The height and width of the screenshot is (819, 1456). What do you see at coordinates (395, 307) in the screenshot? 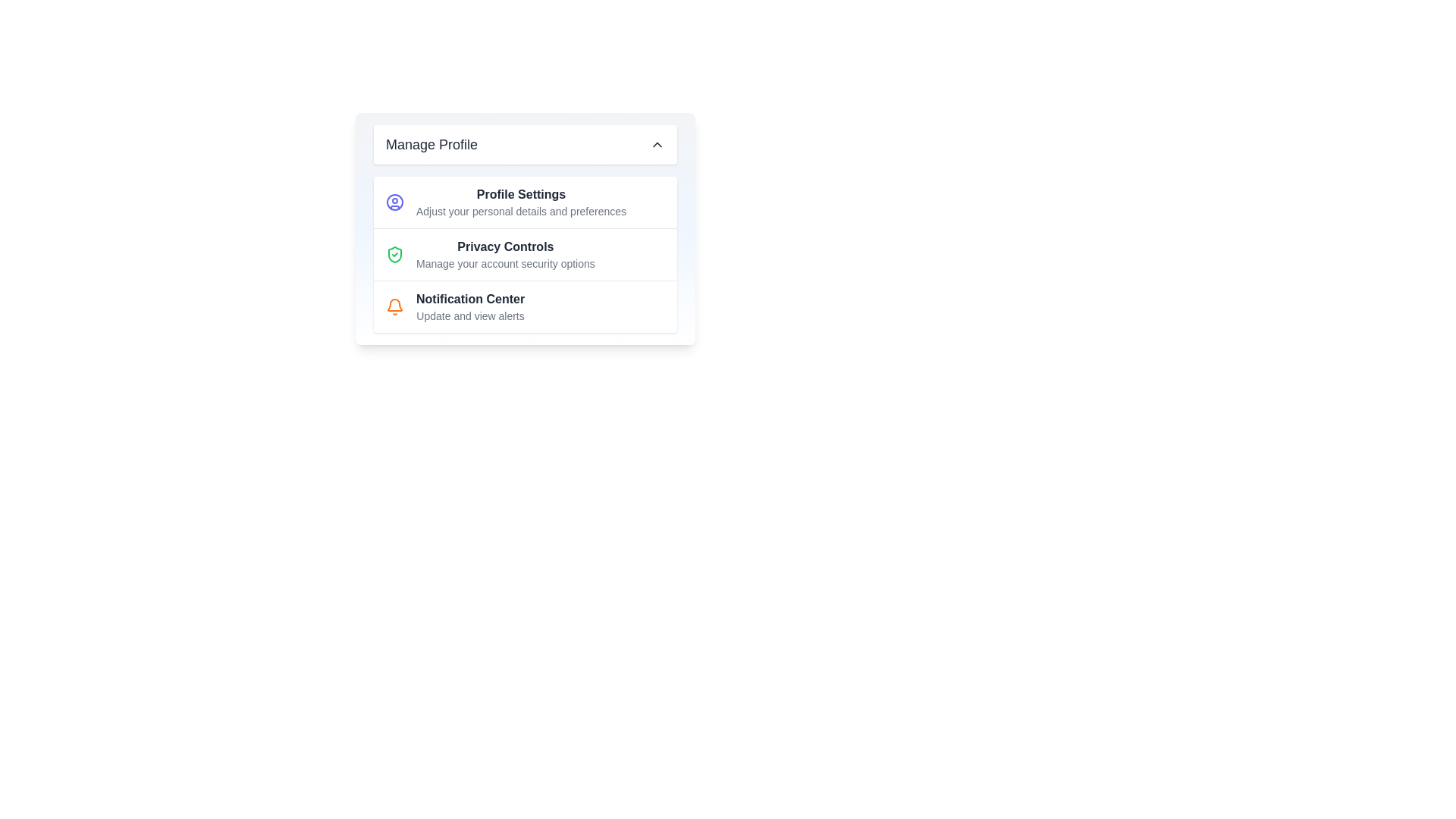
I see `the 'Notification Center' icon located on the left side of the third row in the dropdown menu under the 'Manage Profile' section, which visually represents the Notification Center functionality` at bounding box center [395, 307].